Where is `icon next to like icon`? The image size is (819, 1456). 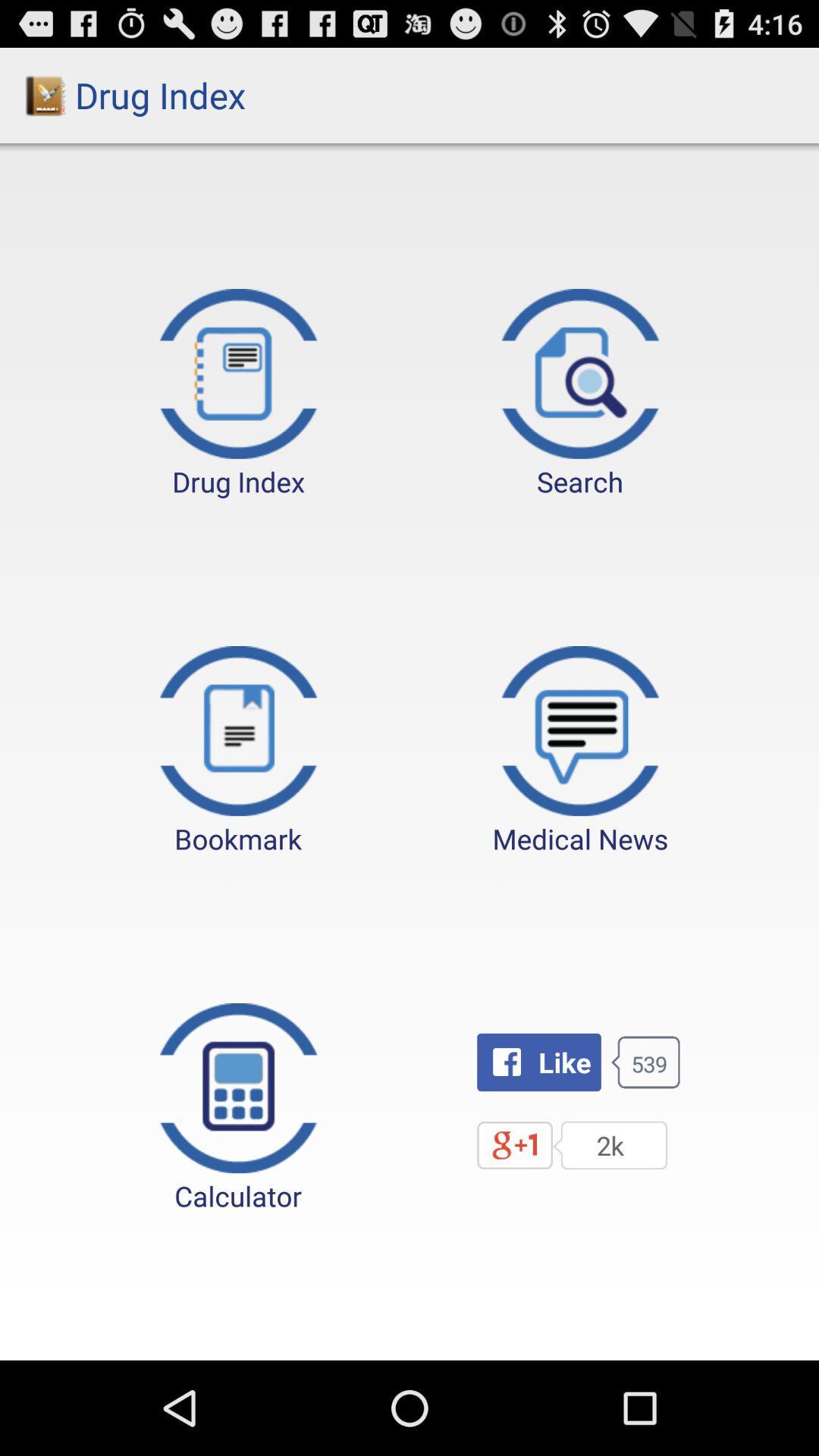
icon next to like icon is located at coordinates (238, 1109).